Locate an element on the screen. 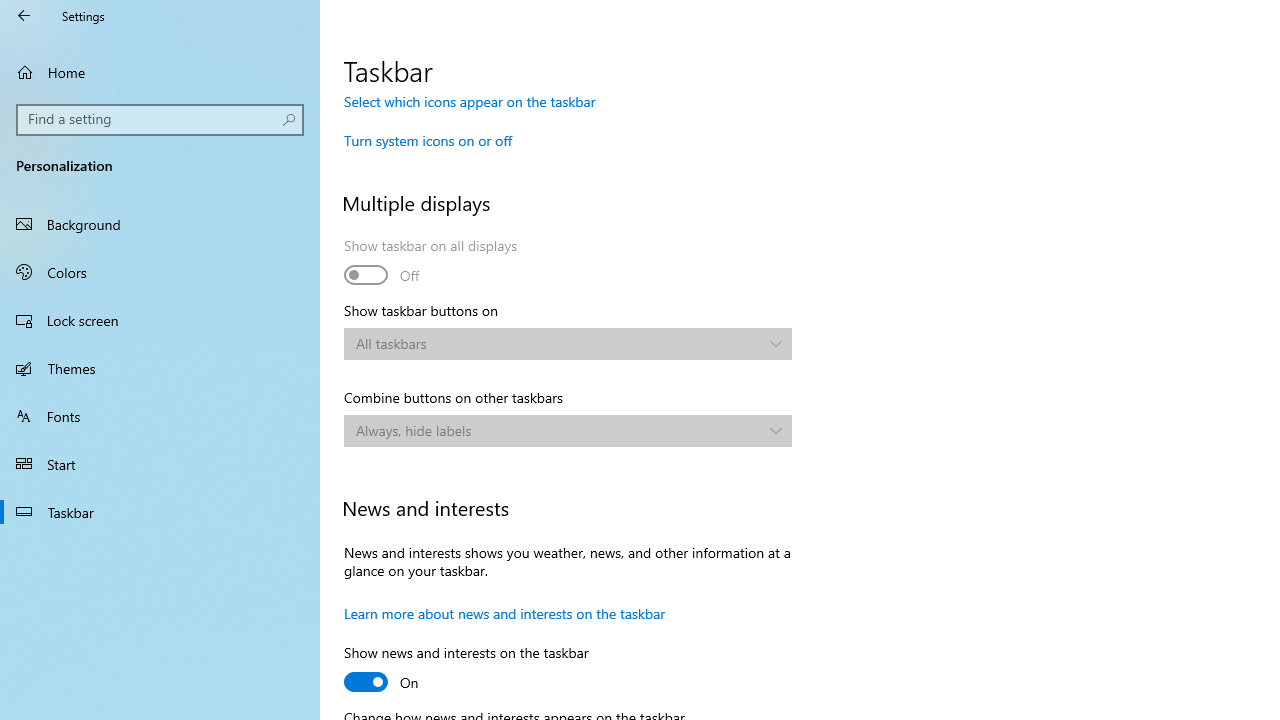  'Show news and interests on the taskbar' is located at coordinates (465, 670).